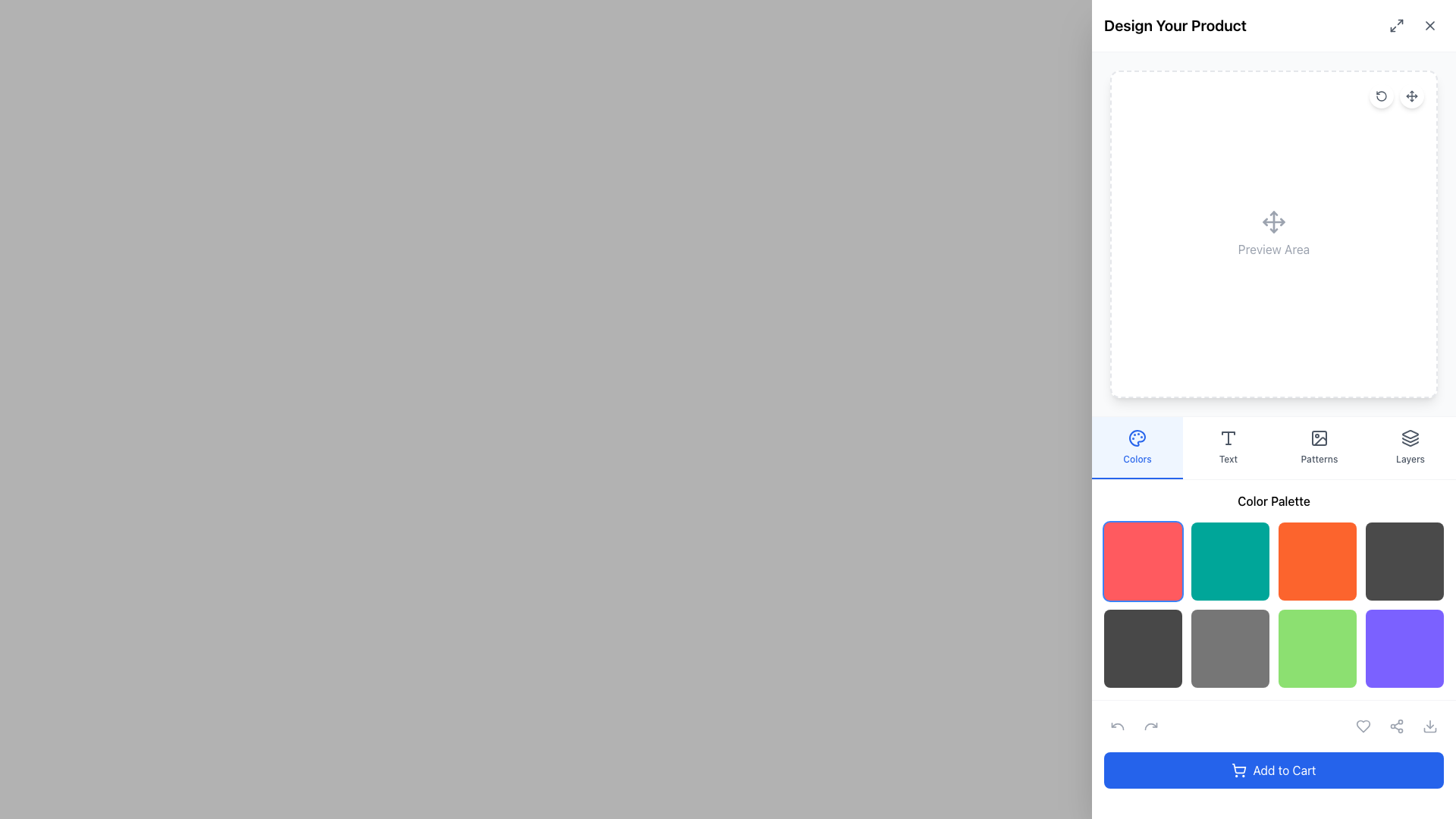  Describe the element at coordinates (1429, 725) in the screenshot. I see `the download icon button located in the bottom-right corner of the interface to initiate a download` at that location.